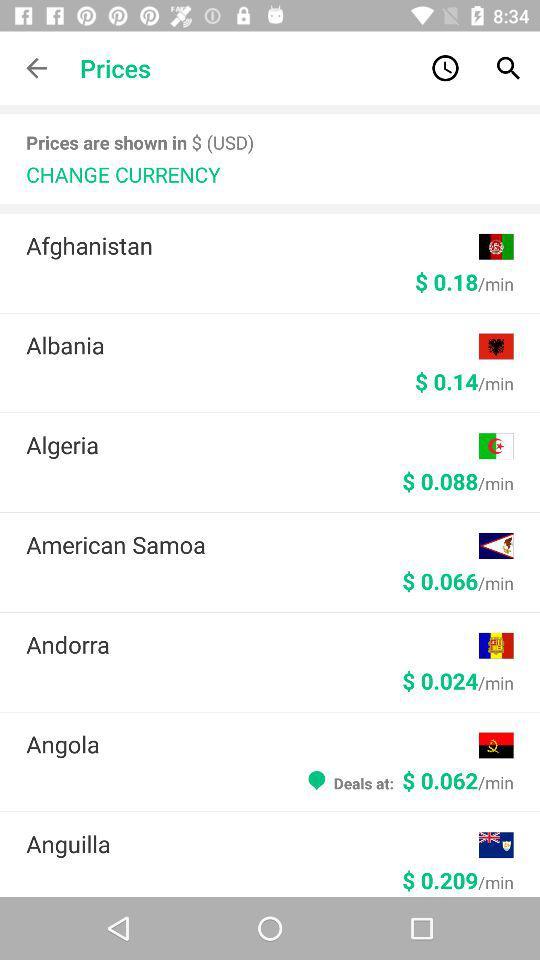 This screenshot has width=540, height=960. What do you see at coordinates (252, 743) in the screenshot?
I see `the angola` at bounding box center [252, 743].